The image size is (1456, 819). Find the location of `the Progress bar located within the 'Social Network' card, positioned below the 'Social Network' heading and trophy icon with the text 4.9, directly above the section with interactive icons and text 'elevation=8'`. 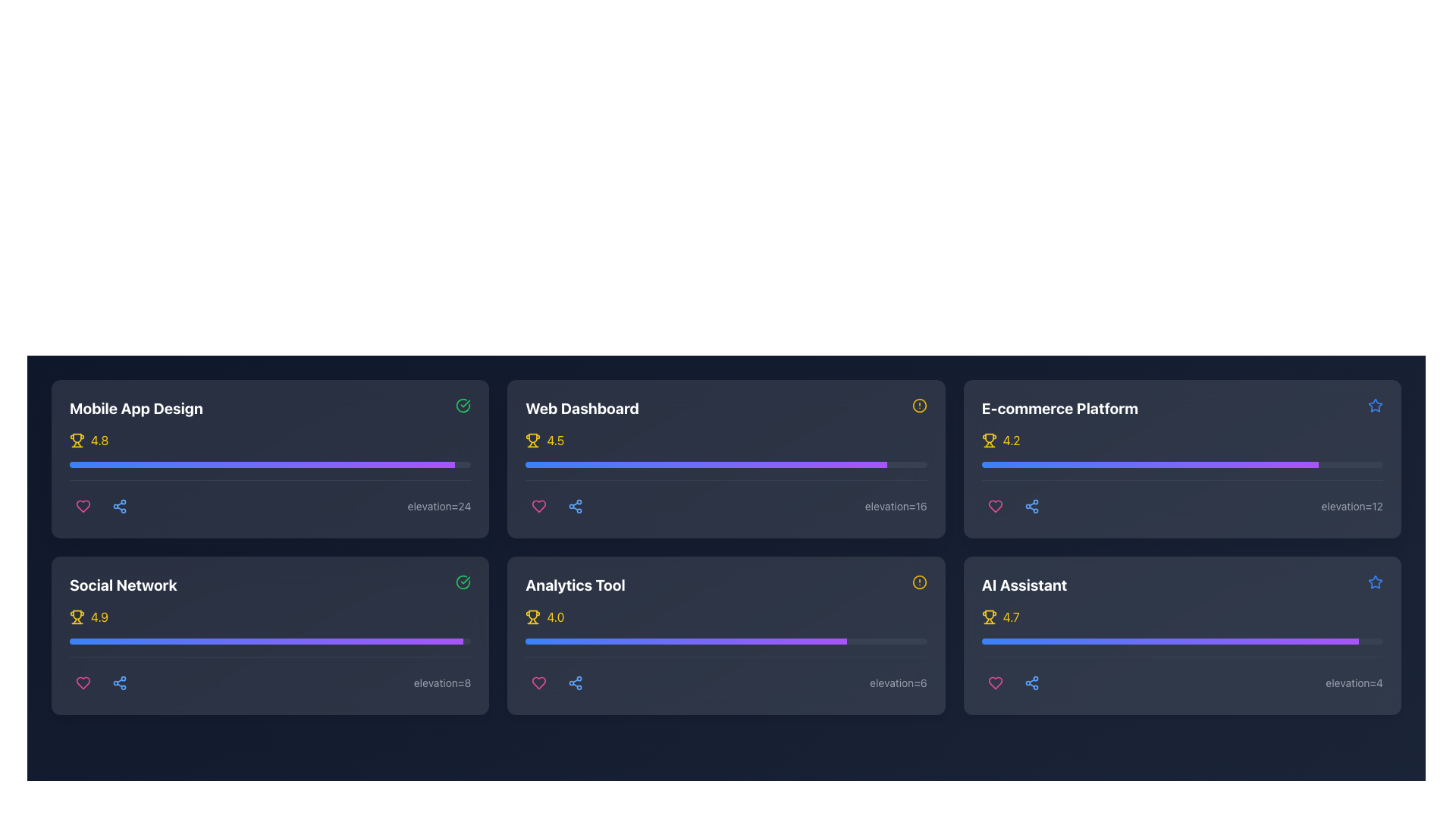

the Progress bar located within the 'Social Network' card, positioned below the 'Social Network' heading and trophy icon with the text 4.9, directly above the section with interactive icons and text 'elevation=8' is located at coordinates (270, 651).